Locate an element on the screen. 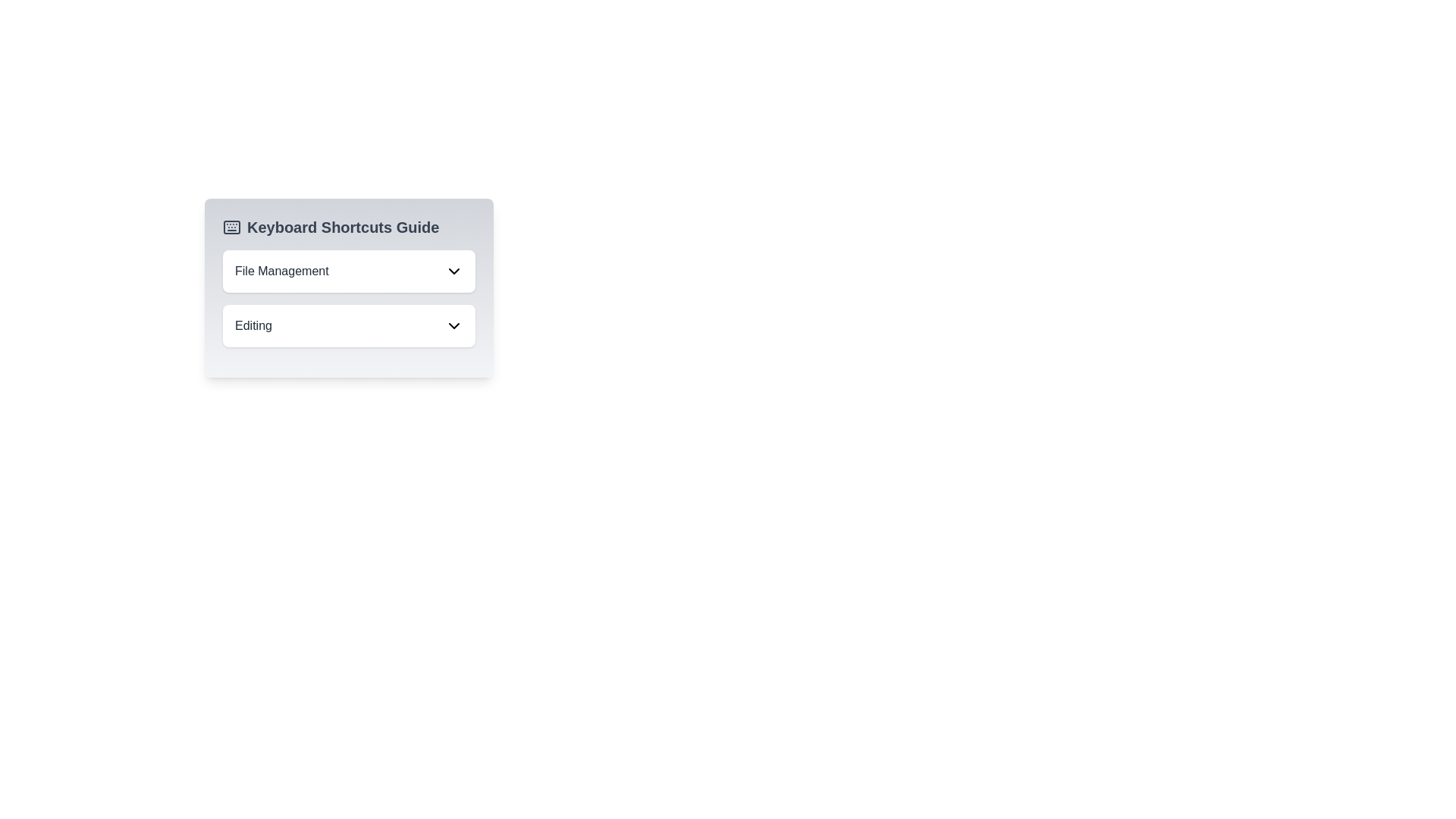  the icon adjacent to the 'Editing' label is located at coordinates (453, 325).